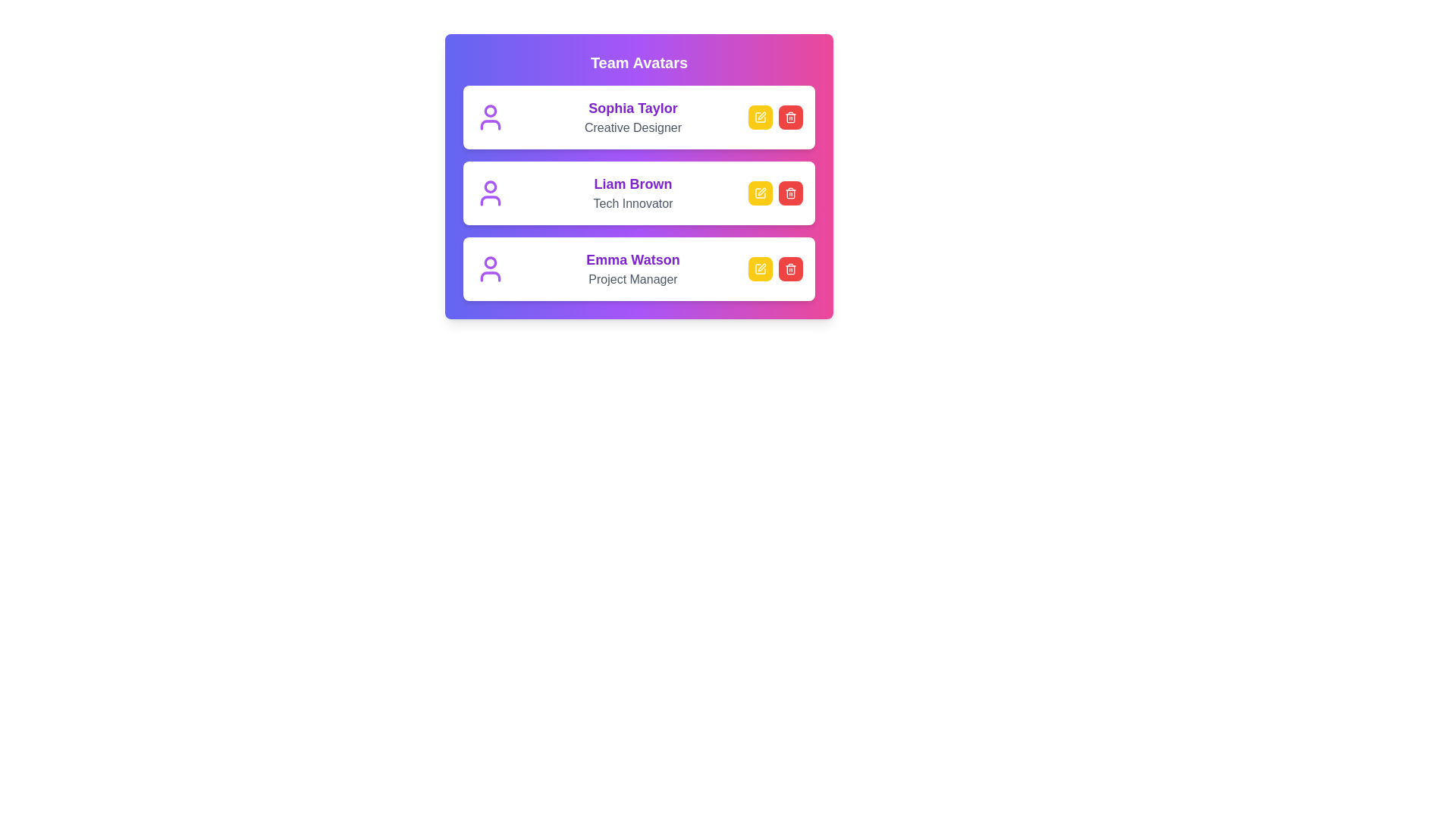 This screenshot has height=819, width=1456. Describe the element at coordinates (761, 191) in the screenshot. I see `the pen icon located in the top-right corner of the entry labeled 'Sophia Taylor'` at that location.